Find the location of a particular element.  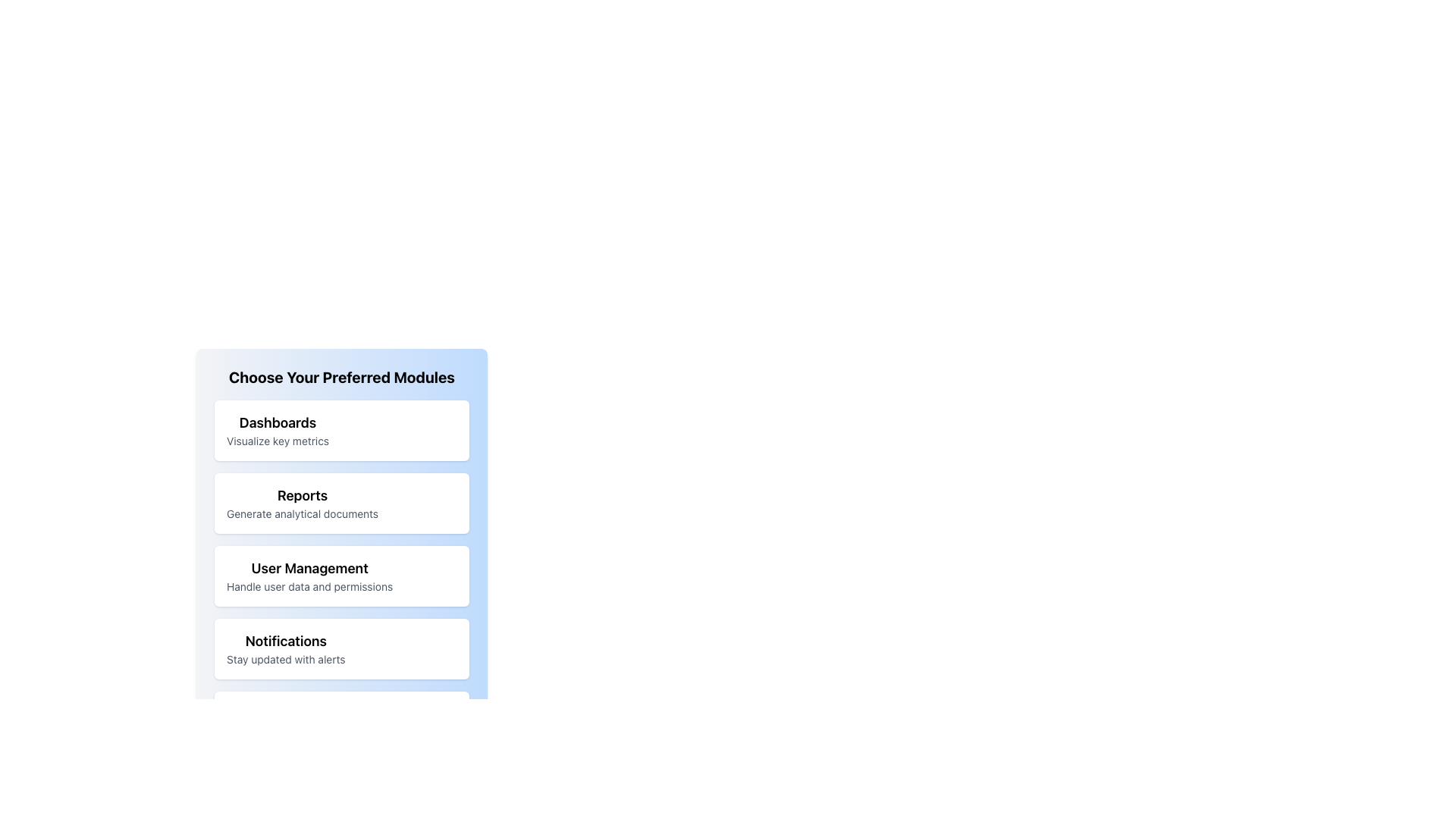

the descriptive Text Label located directly underneath the 'Reports' header in the vertical menu layout is located at coordinates (302, 513).